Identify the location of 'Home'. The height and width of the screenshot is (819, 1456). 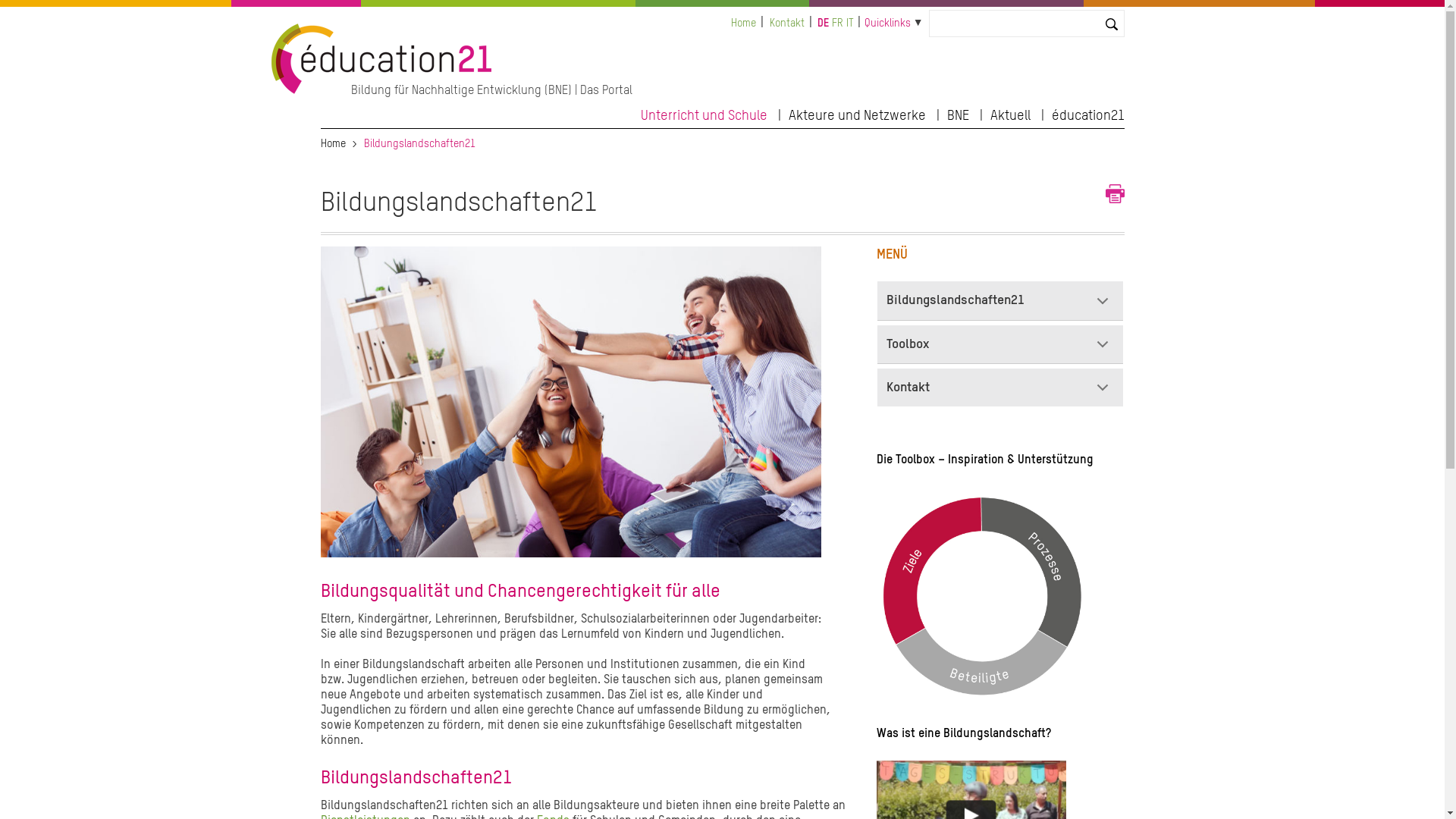
(271, 90).